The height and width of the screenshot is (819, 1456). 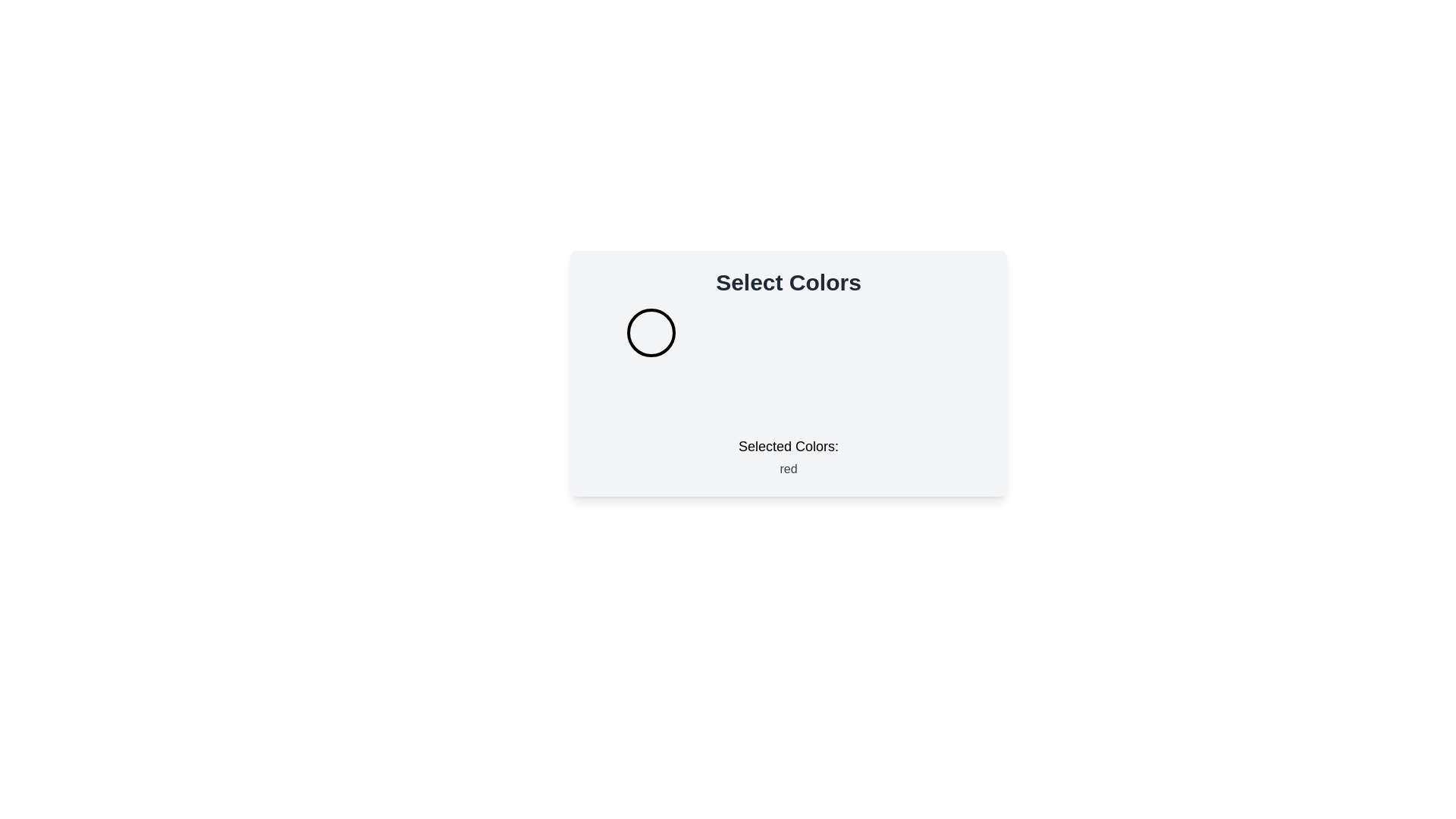 What do you see at coordinates (789, 456) in the screenshot?
I see `information presented in the text display element that shows 'Selected Colors:' and the color 'red'` at bounding box center [789, 456].